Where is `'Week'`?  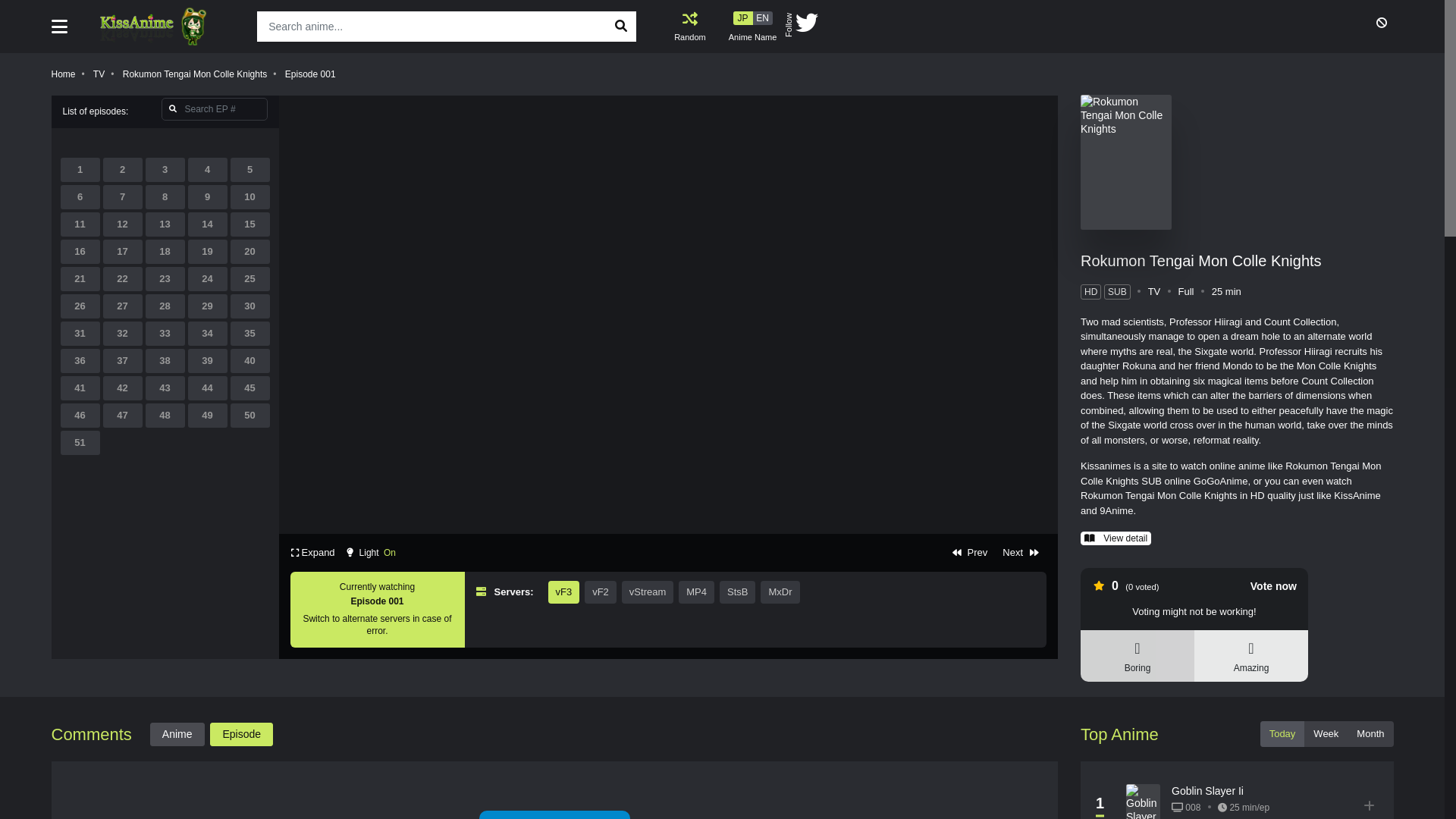 'Week' is located at coordinates (1325, 733).